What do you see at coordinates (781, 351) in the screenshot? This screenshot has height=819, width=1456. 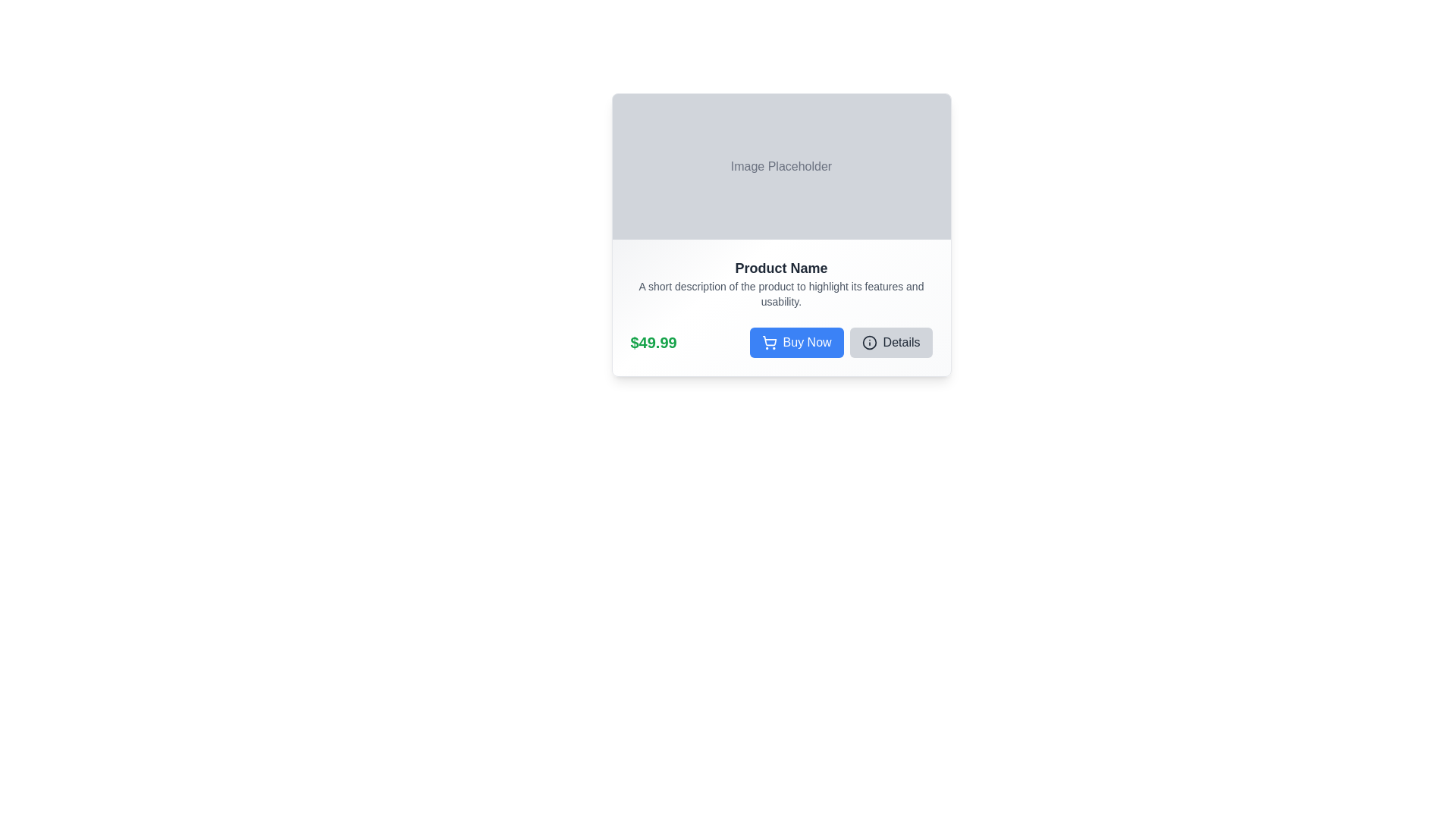 I see `the 'Buy Now' button in the lower part of the card interface to proceed to purchase` at bounding box center [781, 351].